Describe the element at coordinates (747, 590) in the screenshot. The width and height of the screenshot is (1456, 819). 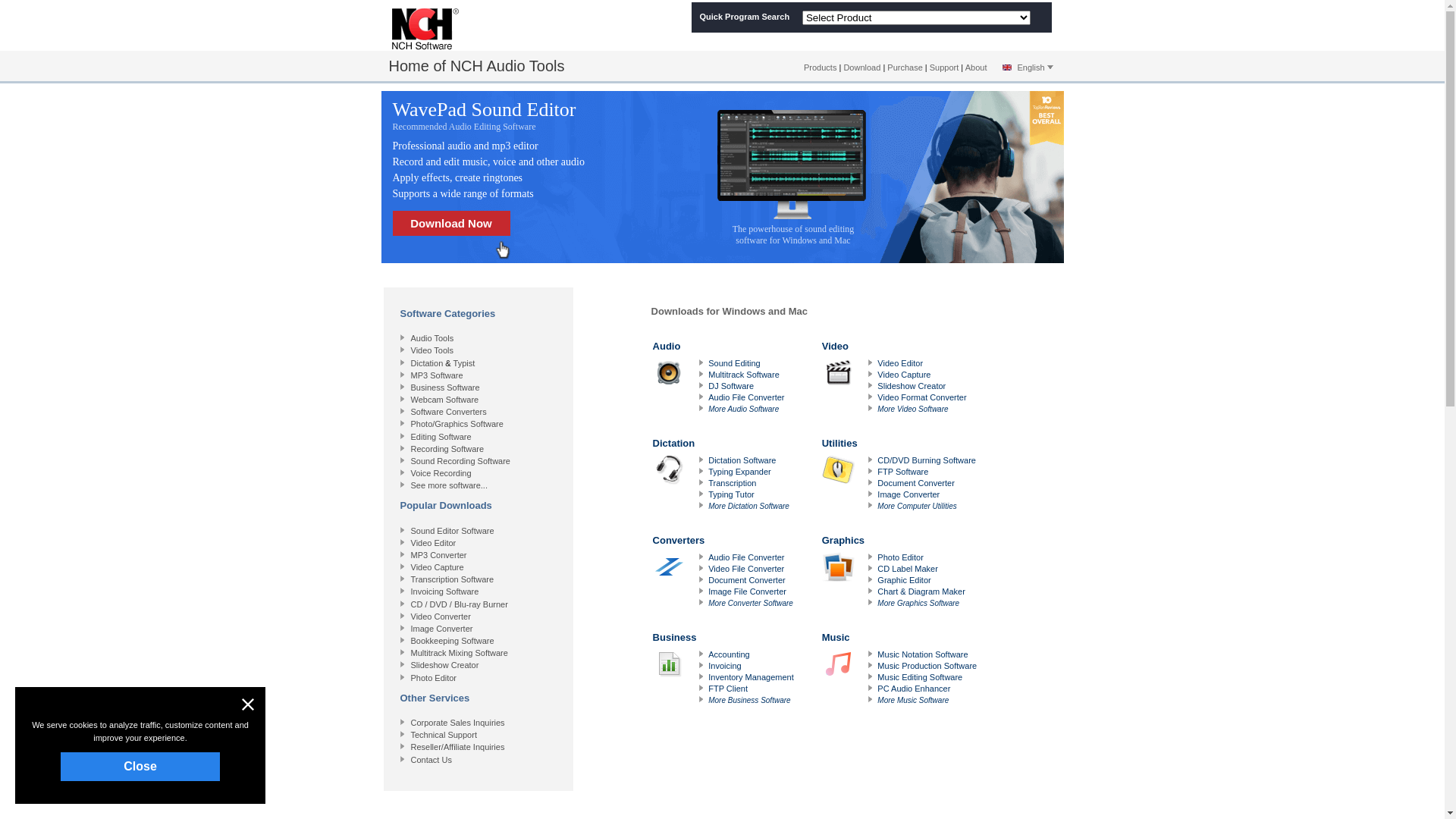
I see `'Image File Converter'` at that location.